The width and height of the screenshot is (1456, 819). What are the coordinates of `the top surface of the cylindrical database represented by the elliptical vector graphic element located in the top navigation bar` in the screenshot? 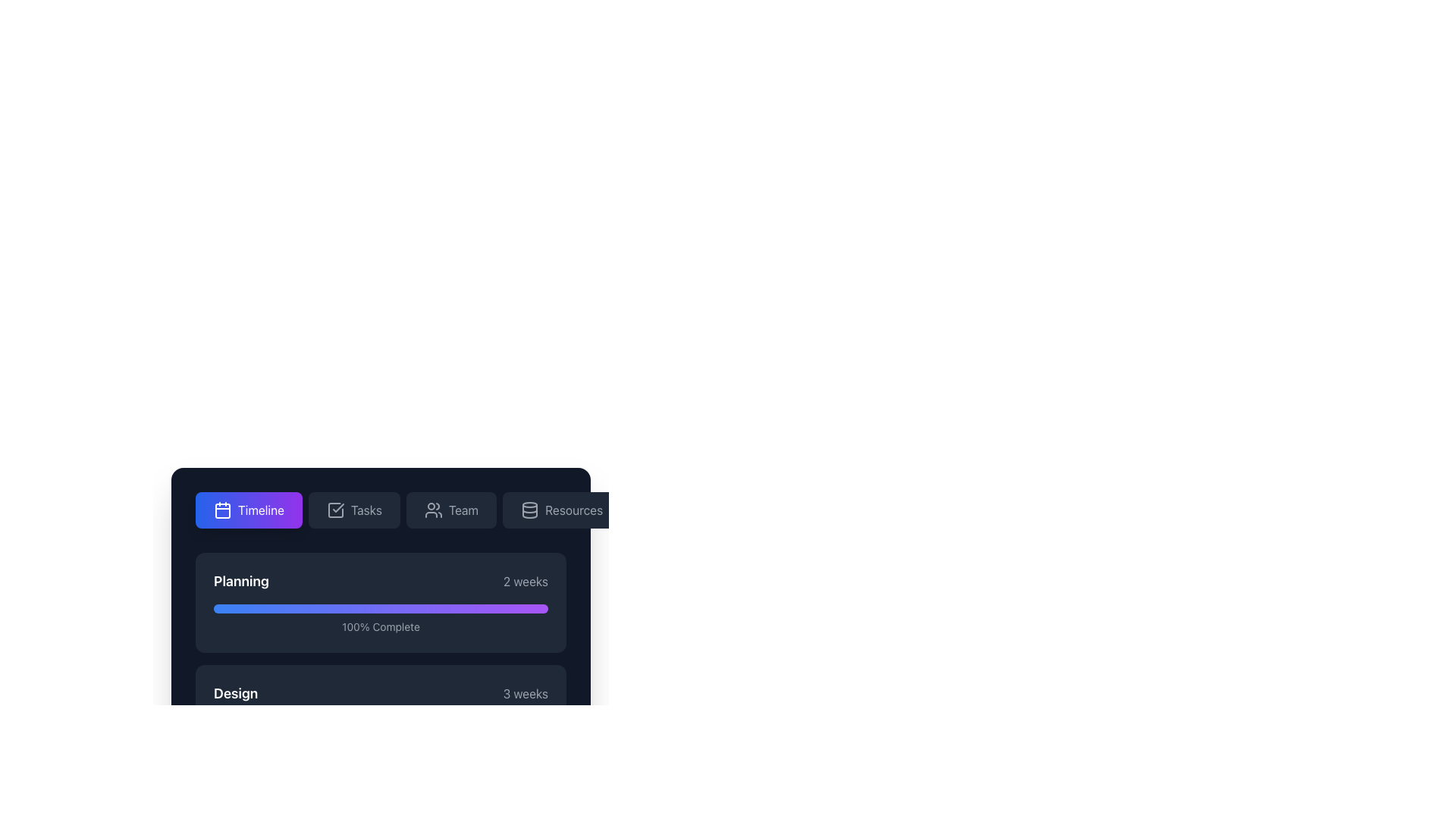 It's located at (530, 505).